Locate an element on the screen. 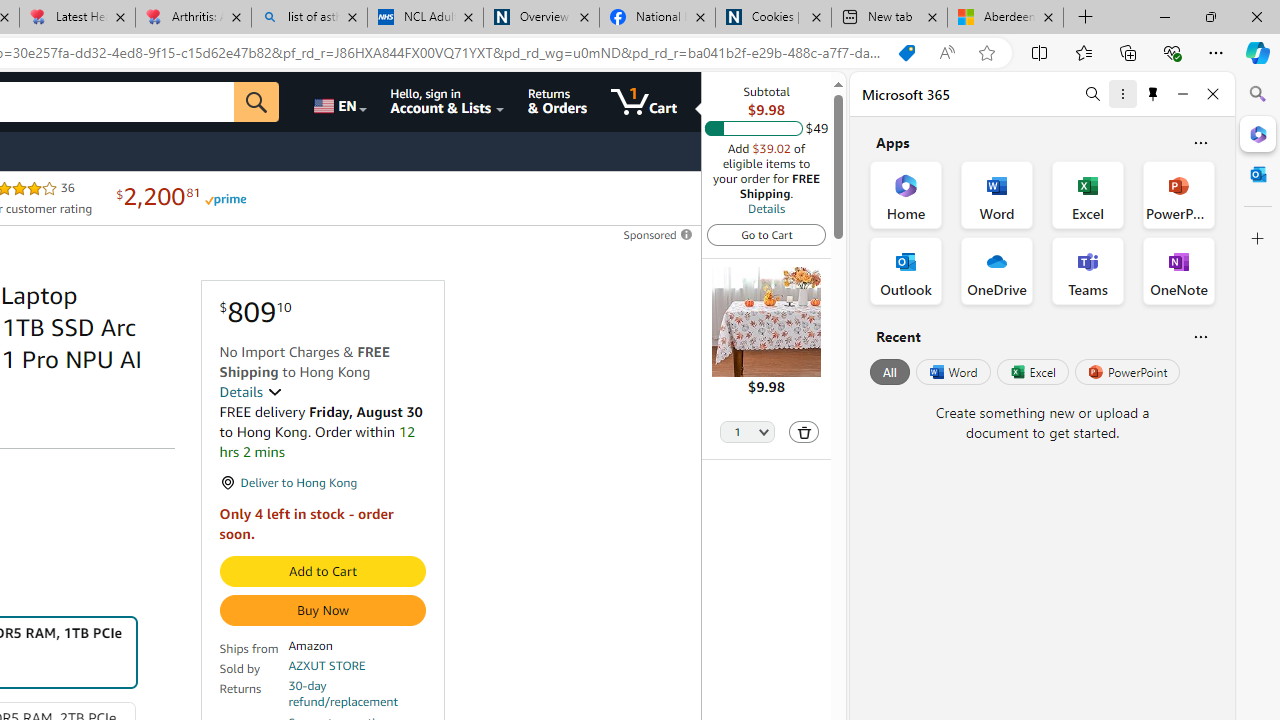 The image size is (1280, 720). 'Excel Office App' is located at coordinates (1087, 195).